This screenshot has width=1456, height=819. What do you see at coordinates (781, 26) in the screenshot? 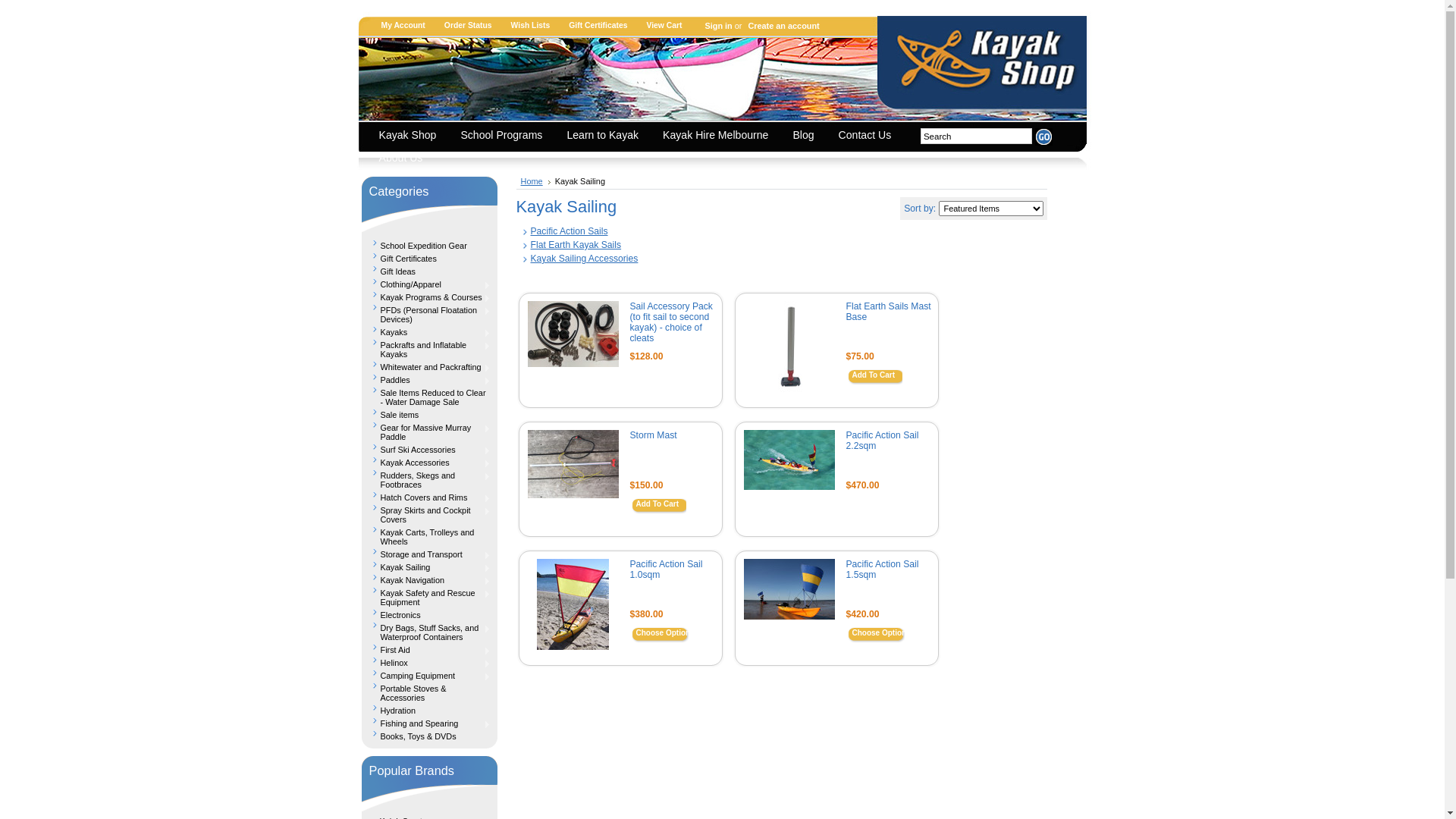
I see `'Create an account'` at bounding box center [781, 26].